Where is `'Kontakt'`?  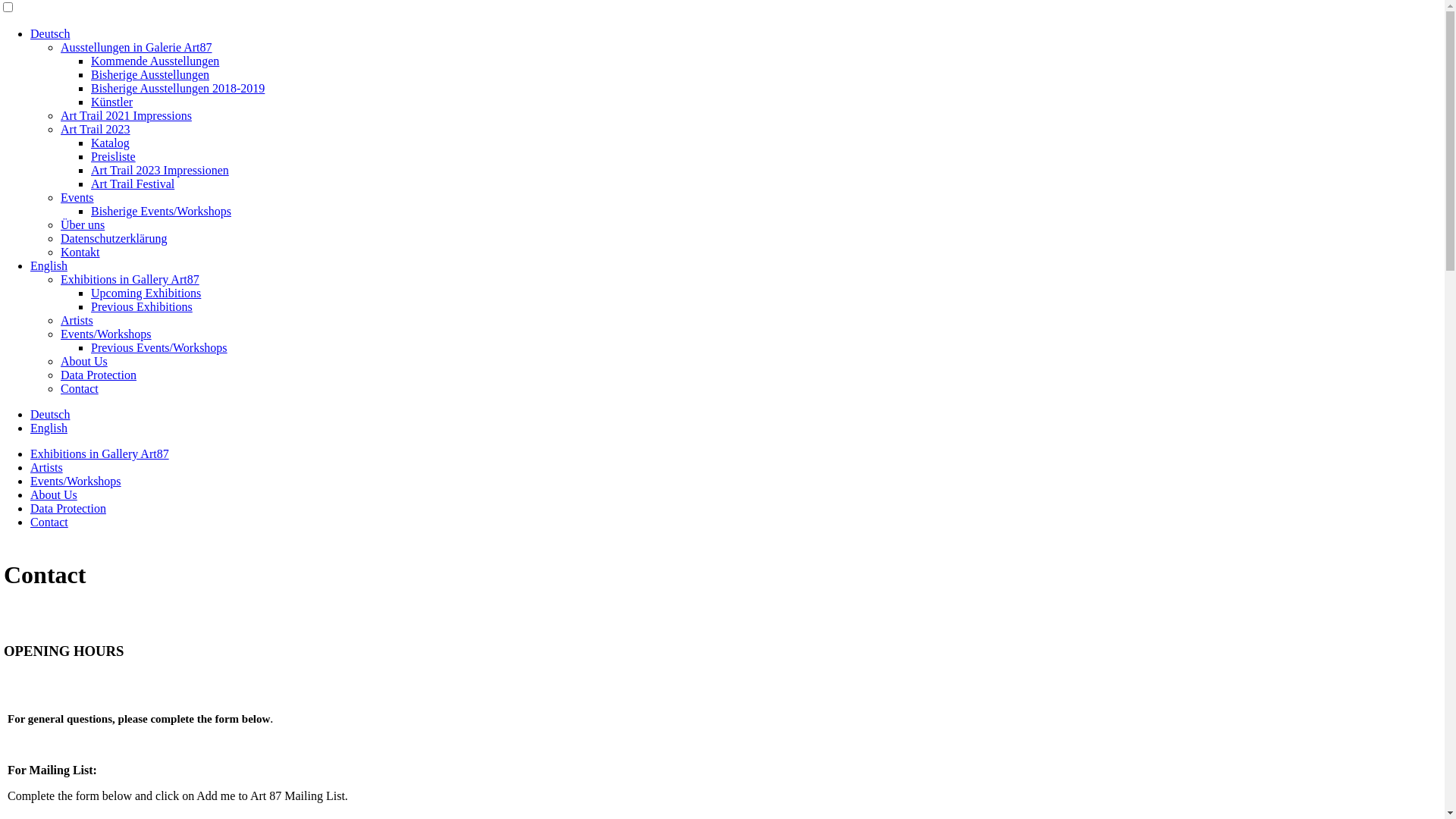
'Kontakt' is located at coordinates (79, 251).